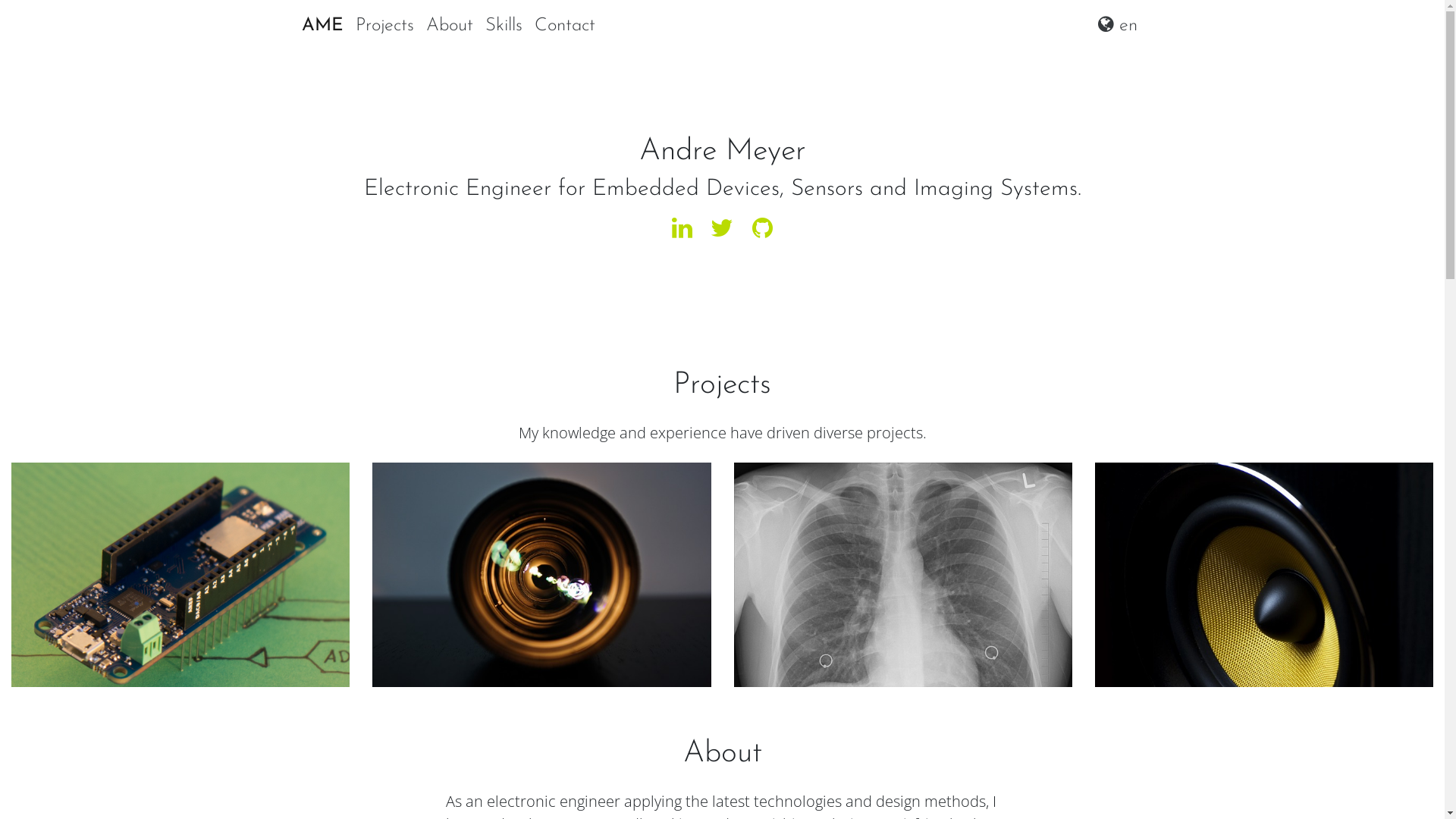 Image resolution: width=1456 pixels, height=819 pixels. I want to click on 'en', so click(1117, 26).